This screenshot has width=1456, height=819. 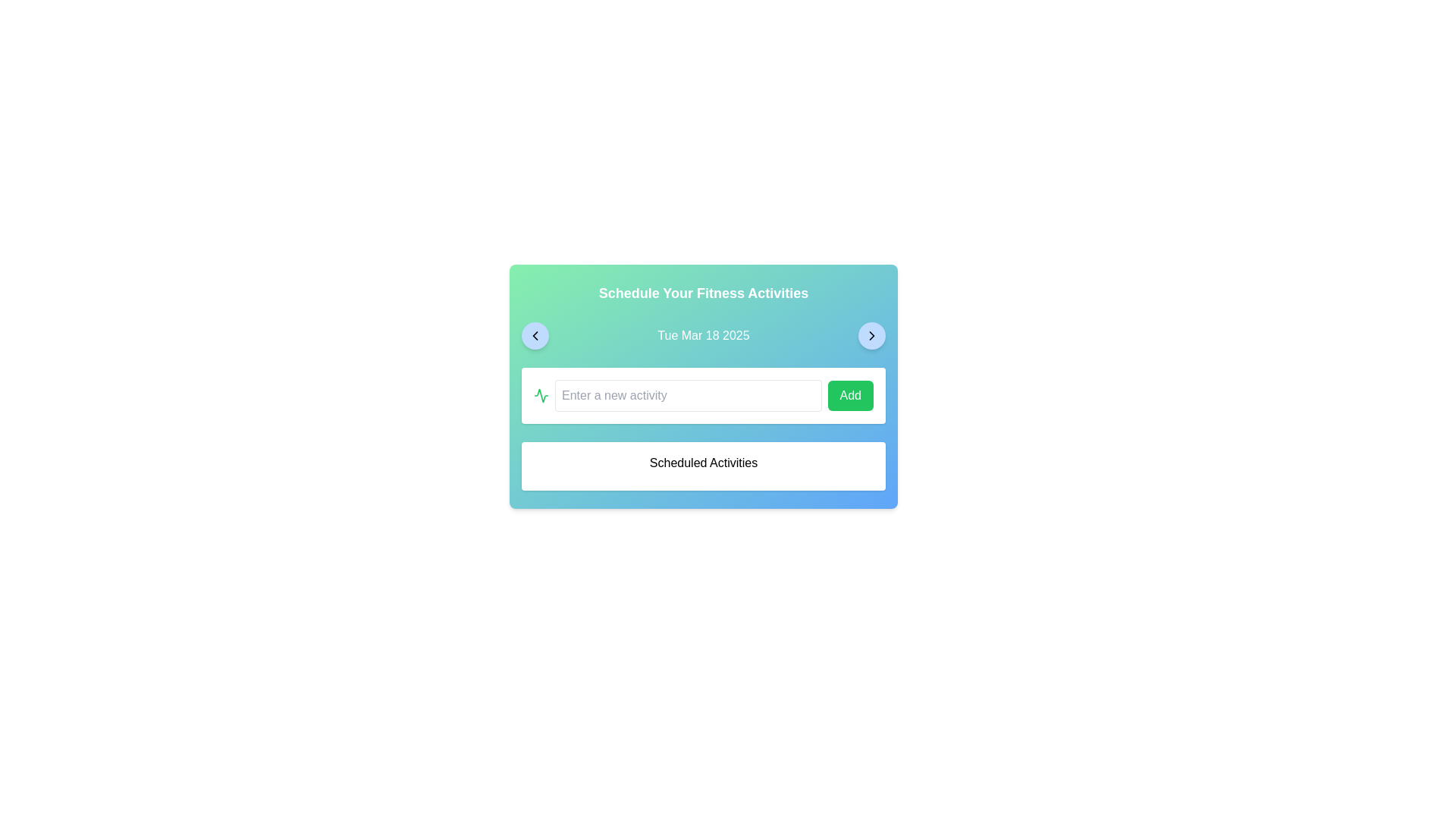 What do you see at coordinates (541, 394) in the screenshot?
I see `the green icon located to the left of the 'Enter a new activity' input field within the card interface` at bounding box center [541, 394].